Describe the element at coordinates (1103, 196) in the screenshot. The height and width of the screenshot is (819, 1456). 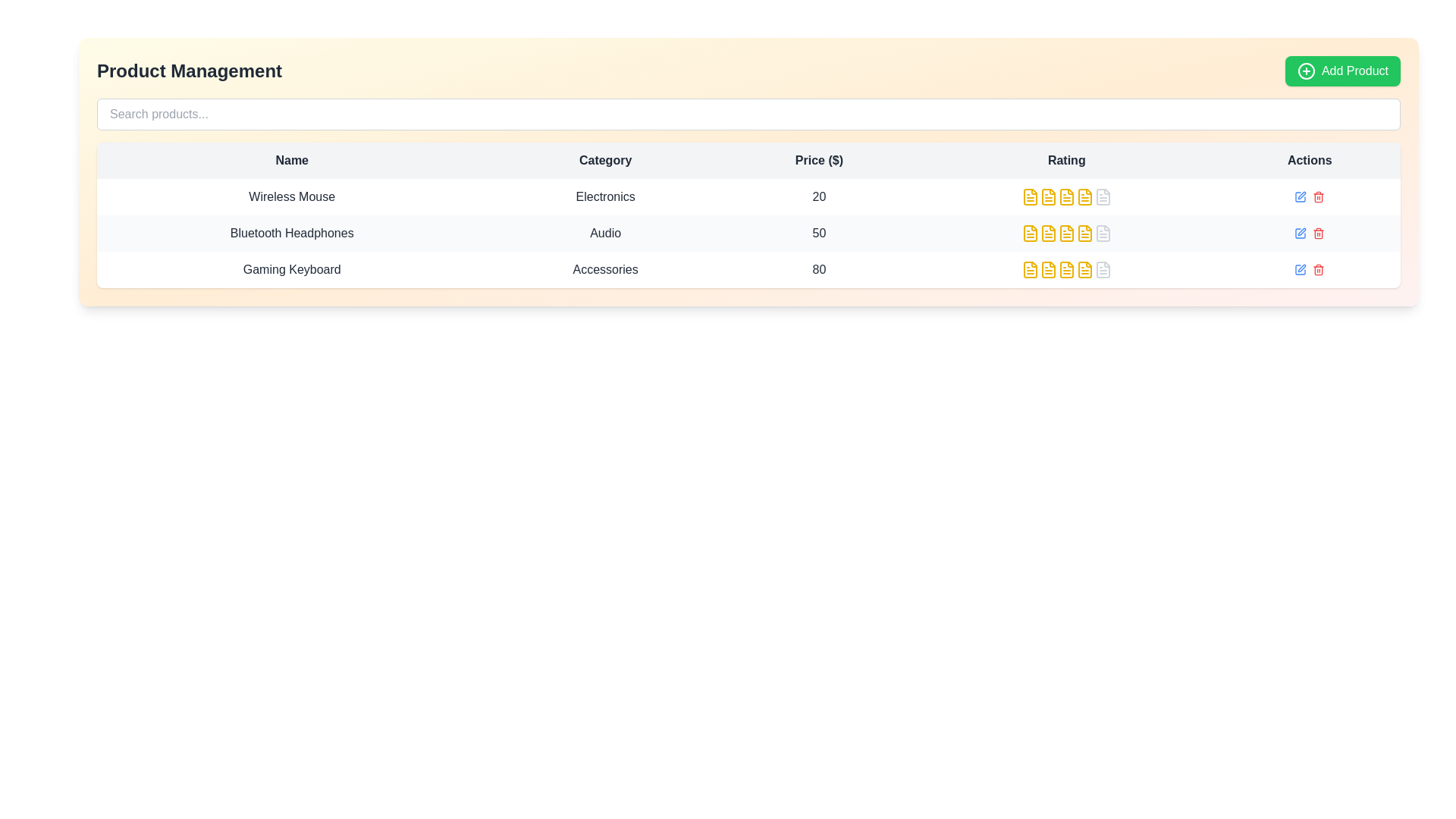
I see `the fifth icon in the 'Rating' column of the first row, which represents a rating option for the 'Wireless Mouse' item` at that location.